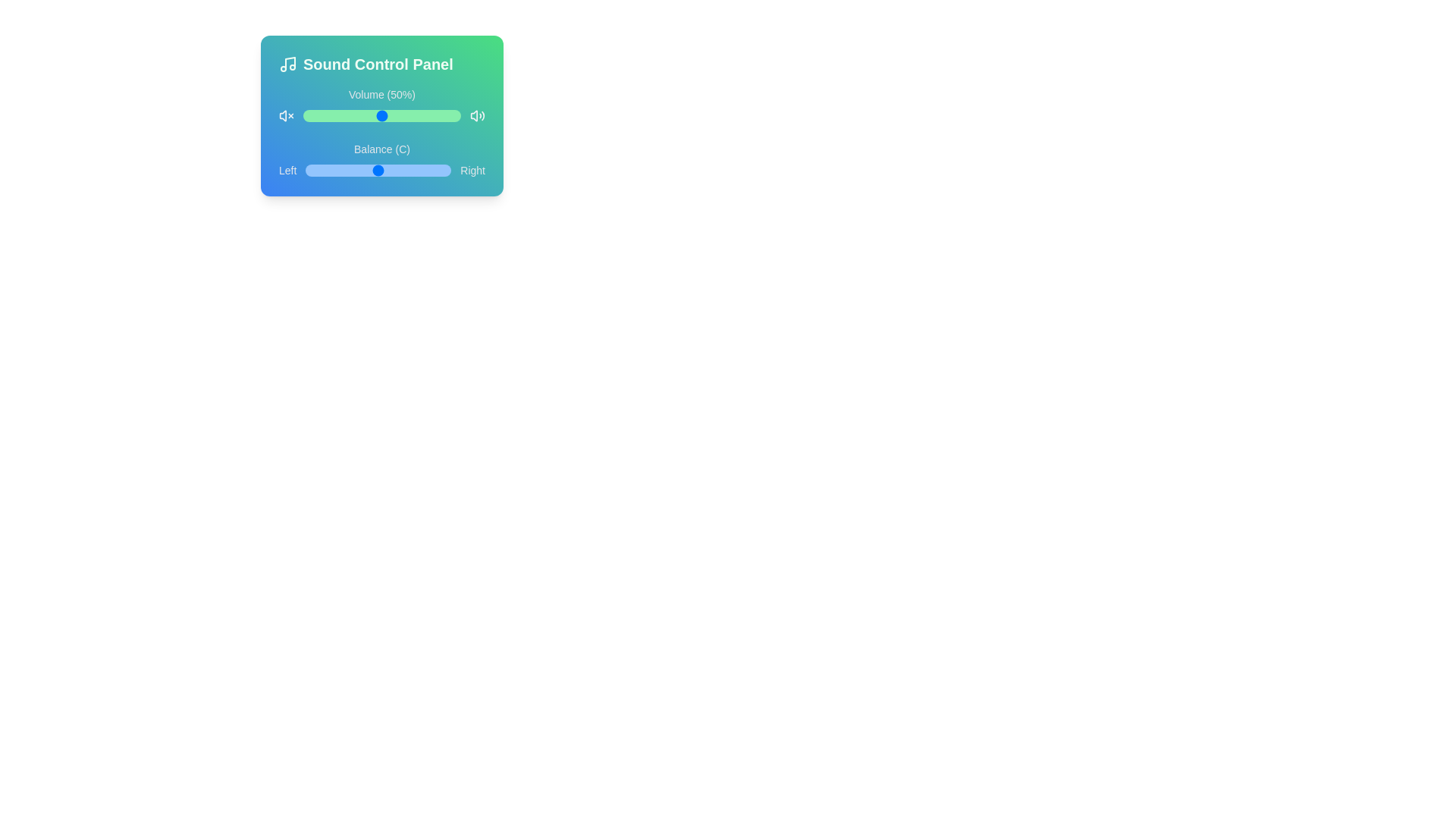  Describe the element at coordinates (366, 115) in the screenshot. I see `the volume slider` at that location.